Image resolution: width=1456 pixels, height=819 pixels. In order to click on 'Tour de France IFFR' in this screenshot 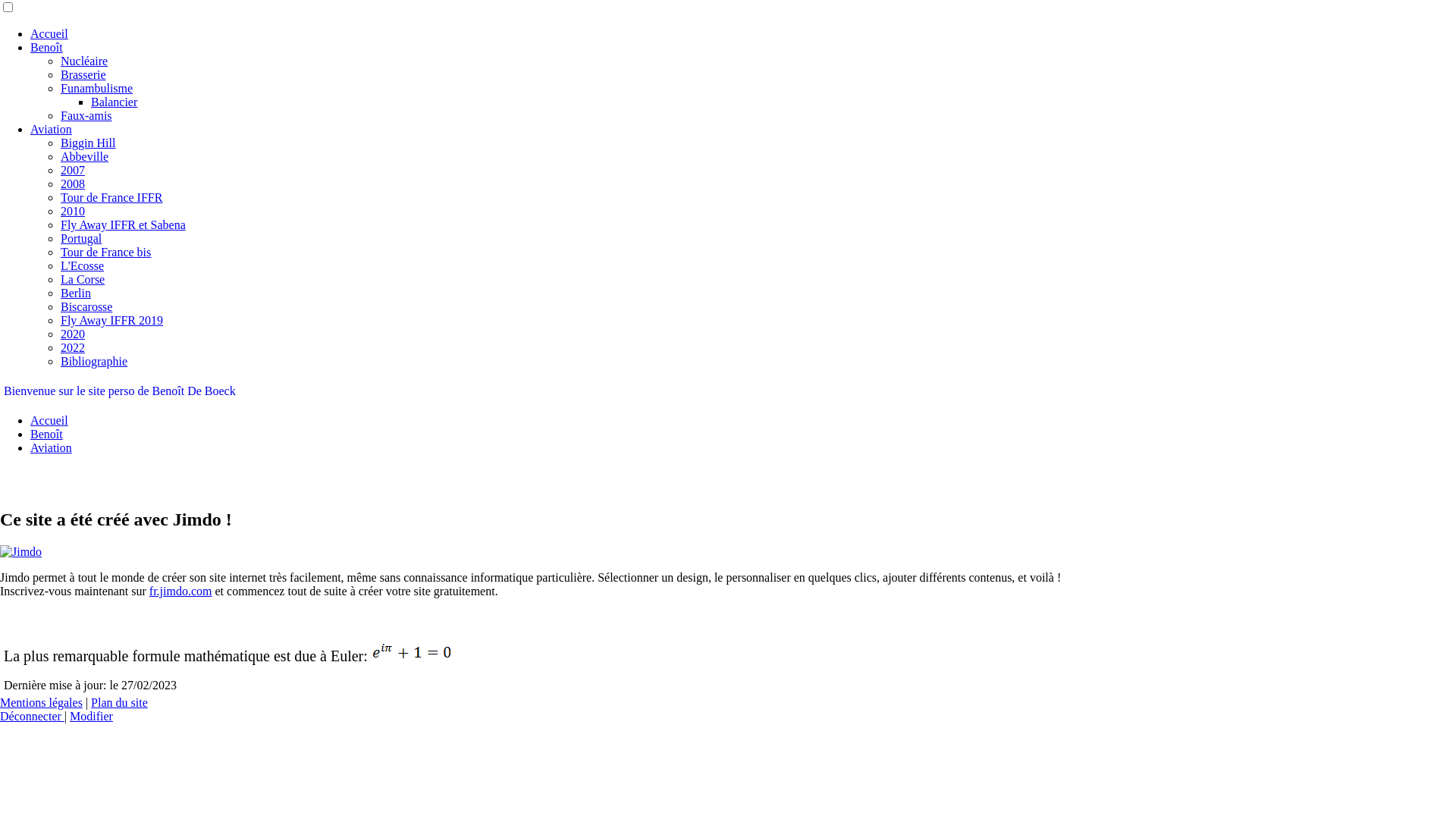, I will do `click(111, 196)`.